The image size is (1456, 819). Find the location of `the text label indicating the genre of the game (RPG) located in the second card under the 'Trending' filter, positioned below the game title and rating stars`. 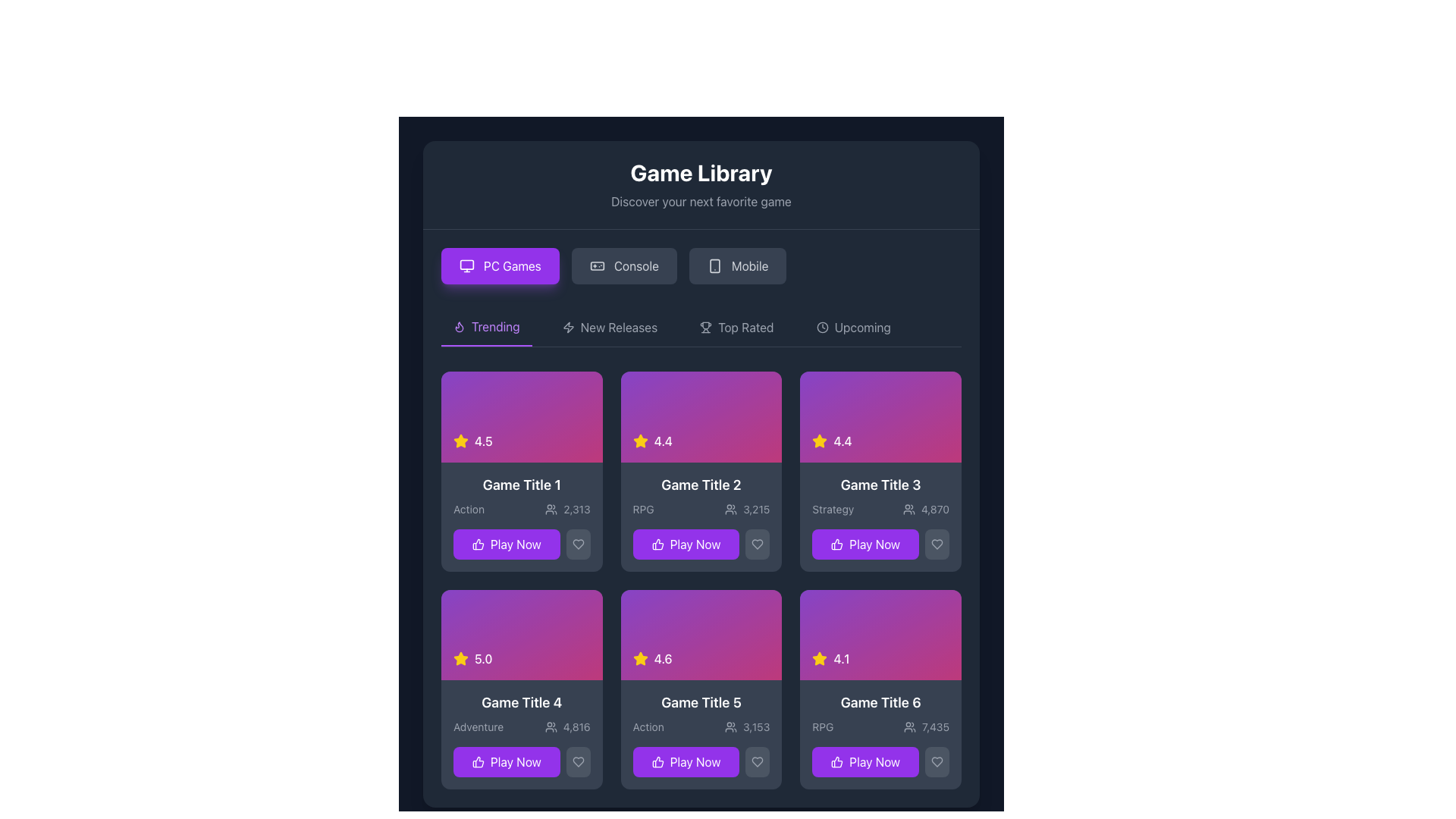

the text label indicating the genre of the game (RPG) located in the second card under the 'Trending' filter, positioned below the game title and rating stars is located at coordinates (643, 509).